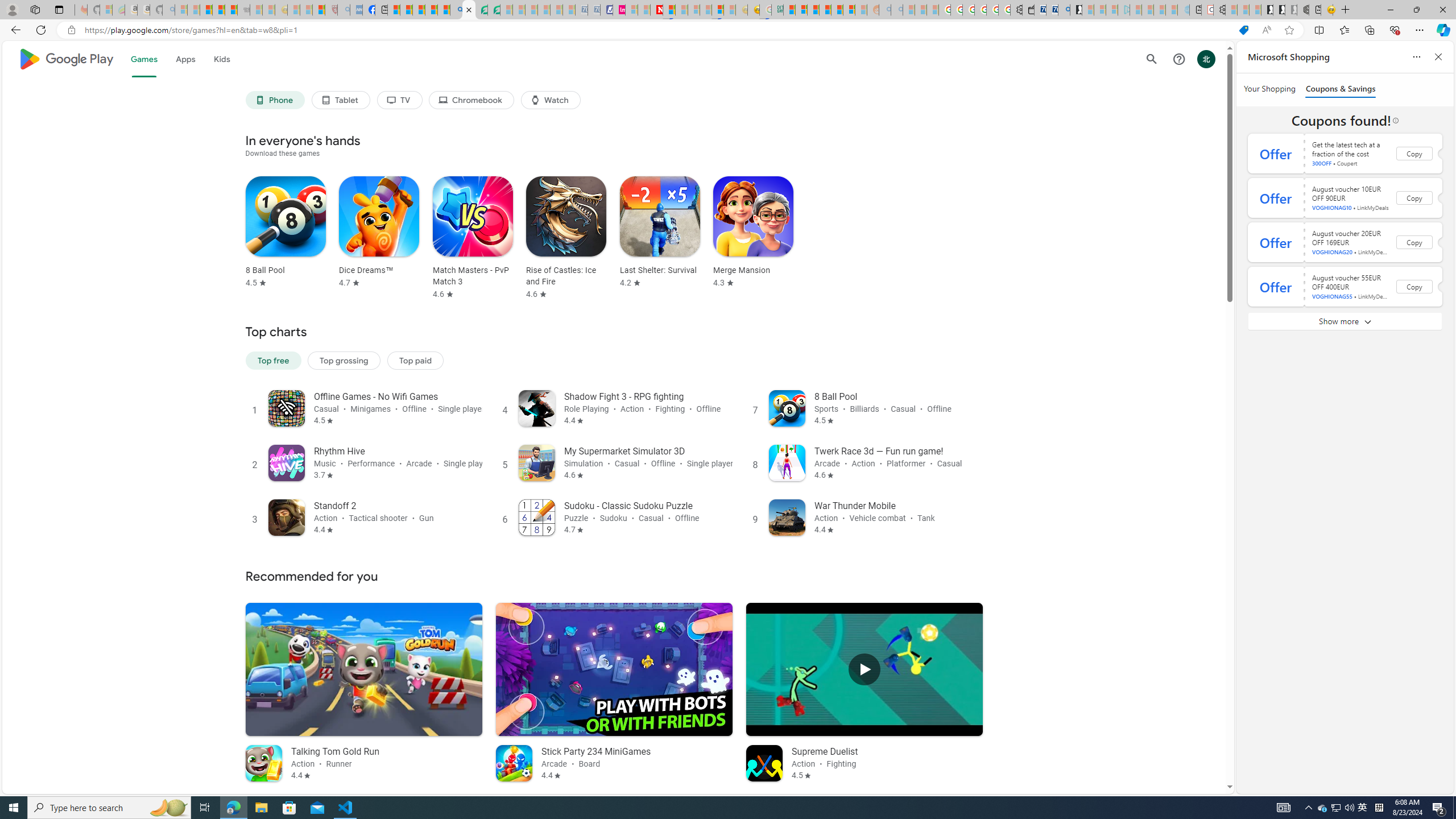 Image resolution: width=1456 pixels, height=819 pixels. Describe the element at coordinates (1064, 9) in the screenshot. I see `'Bing Real Estate - Home sales and rental listings'` at that location.